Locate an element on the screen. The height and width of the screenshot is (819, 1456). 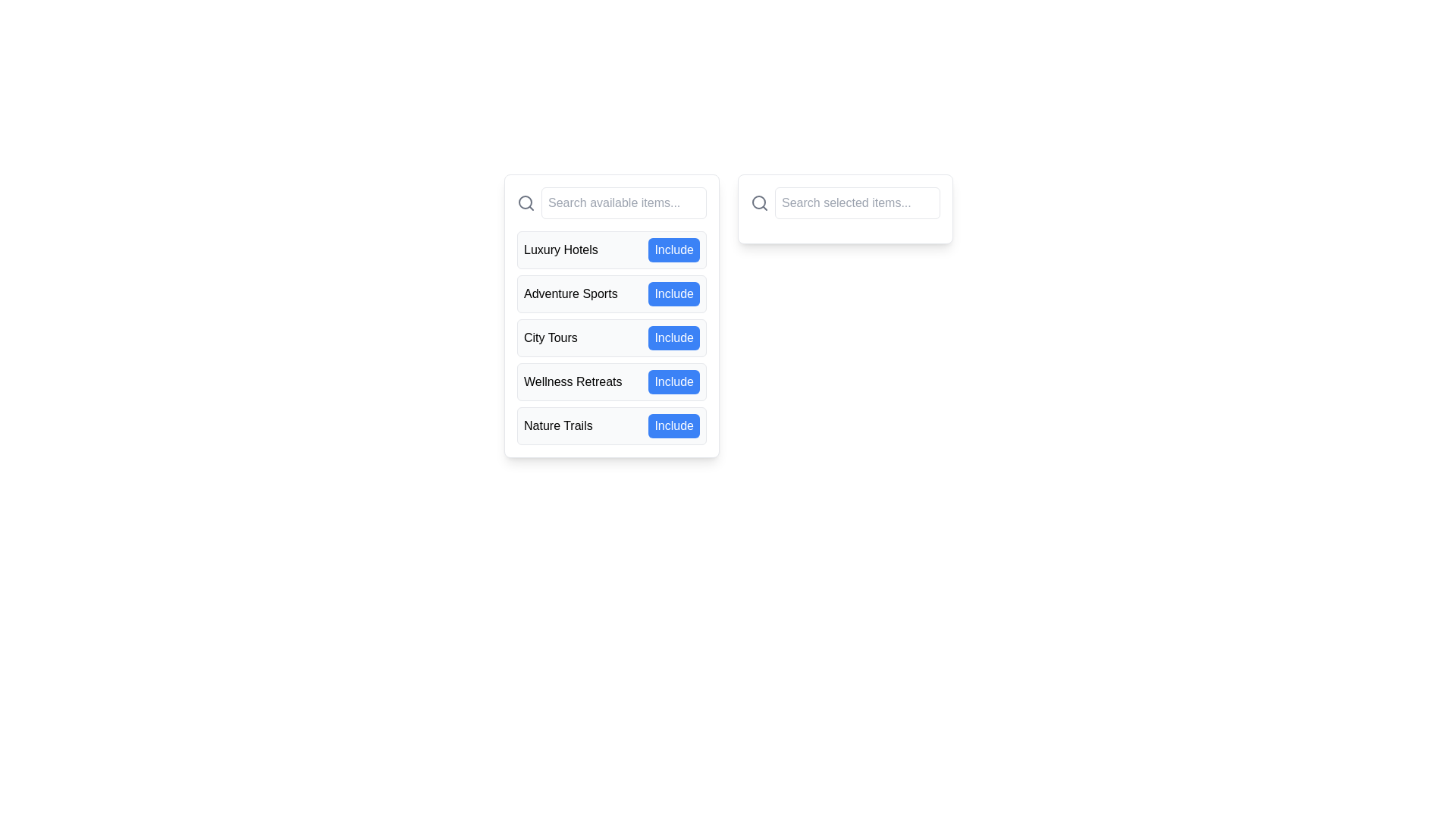
the text label that serves as a descriptor for a selectable category, located in the third position from the top, between 'Adventure Sports' and 'Wellness Retreats' is located at coordinates (550, 337).